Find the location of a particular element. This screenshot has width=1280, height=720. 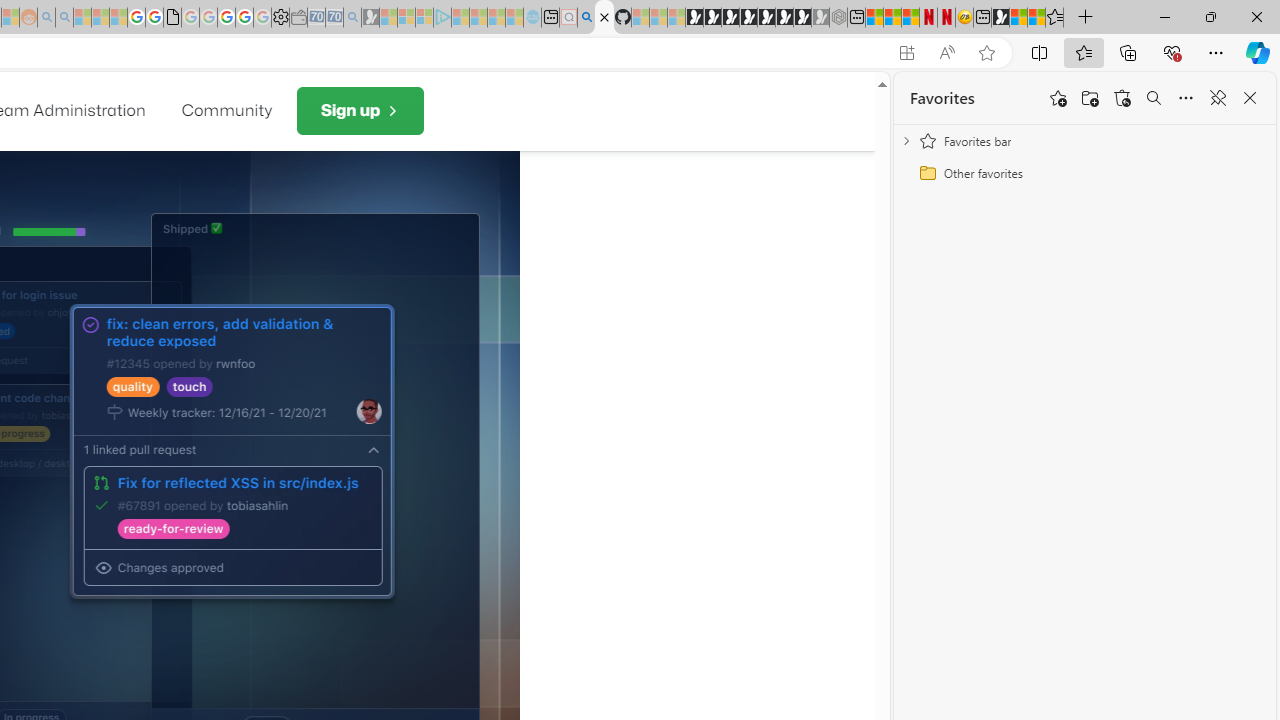

'Cheap Car Rentals - Save70.com - Sleeping' is located at coordinates (334, 17).